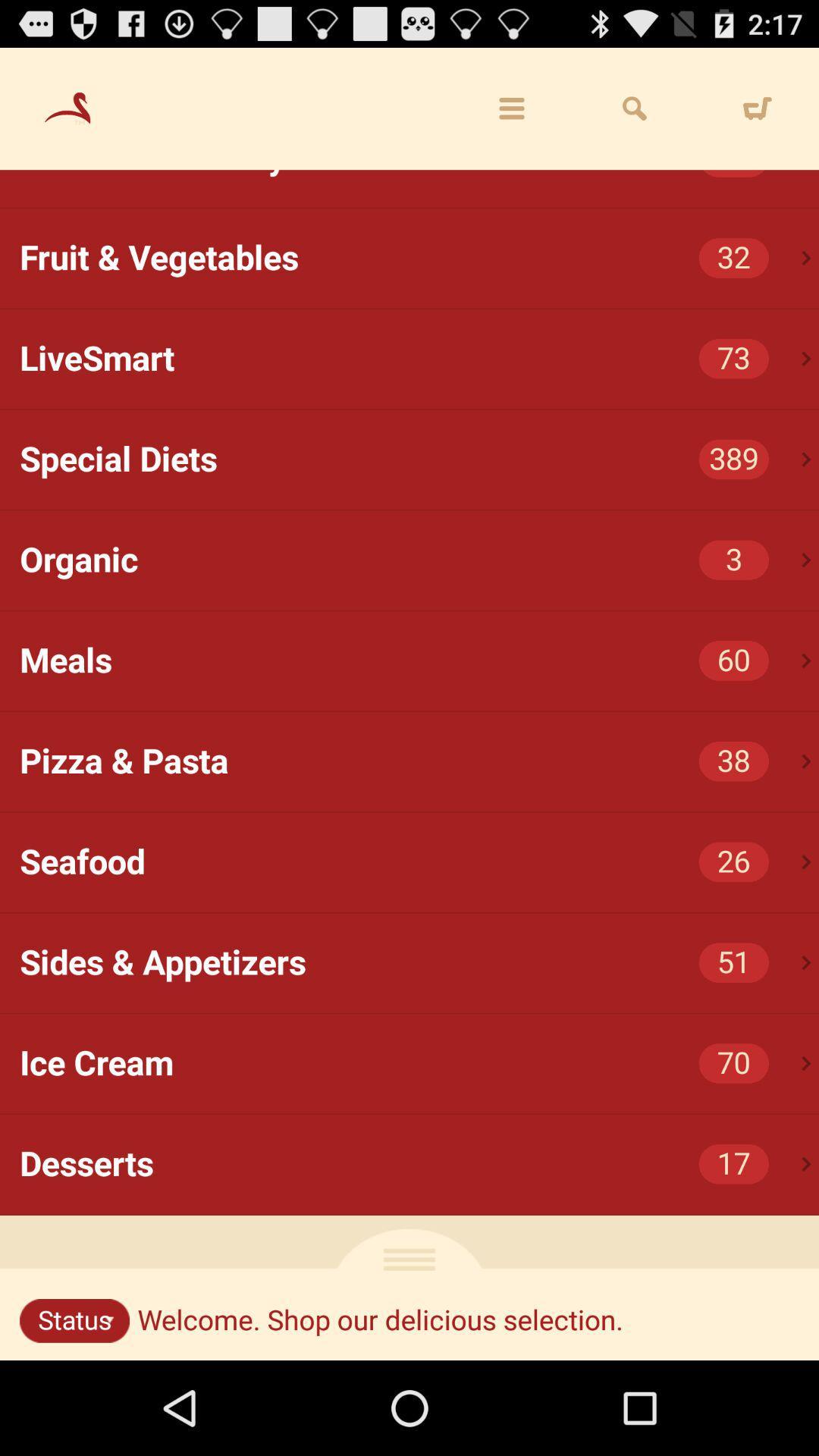 Image resolution: width=819 pixels, height=1456 pixels. Describe the element at coordinates (733, 862) in the screenshot. I see `the 26 item` at that location.